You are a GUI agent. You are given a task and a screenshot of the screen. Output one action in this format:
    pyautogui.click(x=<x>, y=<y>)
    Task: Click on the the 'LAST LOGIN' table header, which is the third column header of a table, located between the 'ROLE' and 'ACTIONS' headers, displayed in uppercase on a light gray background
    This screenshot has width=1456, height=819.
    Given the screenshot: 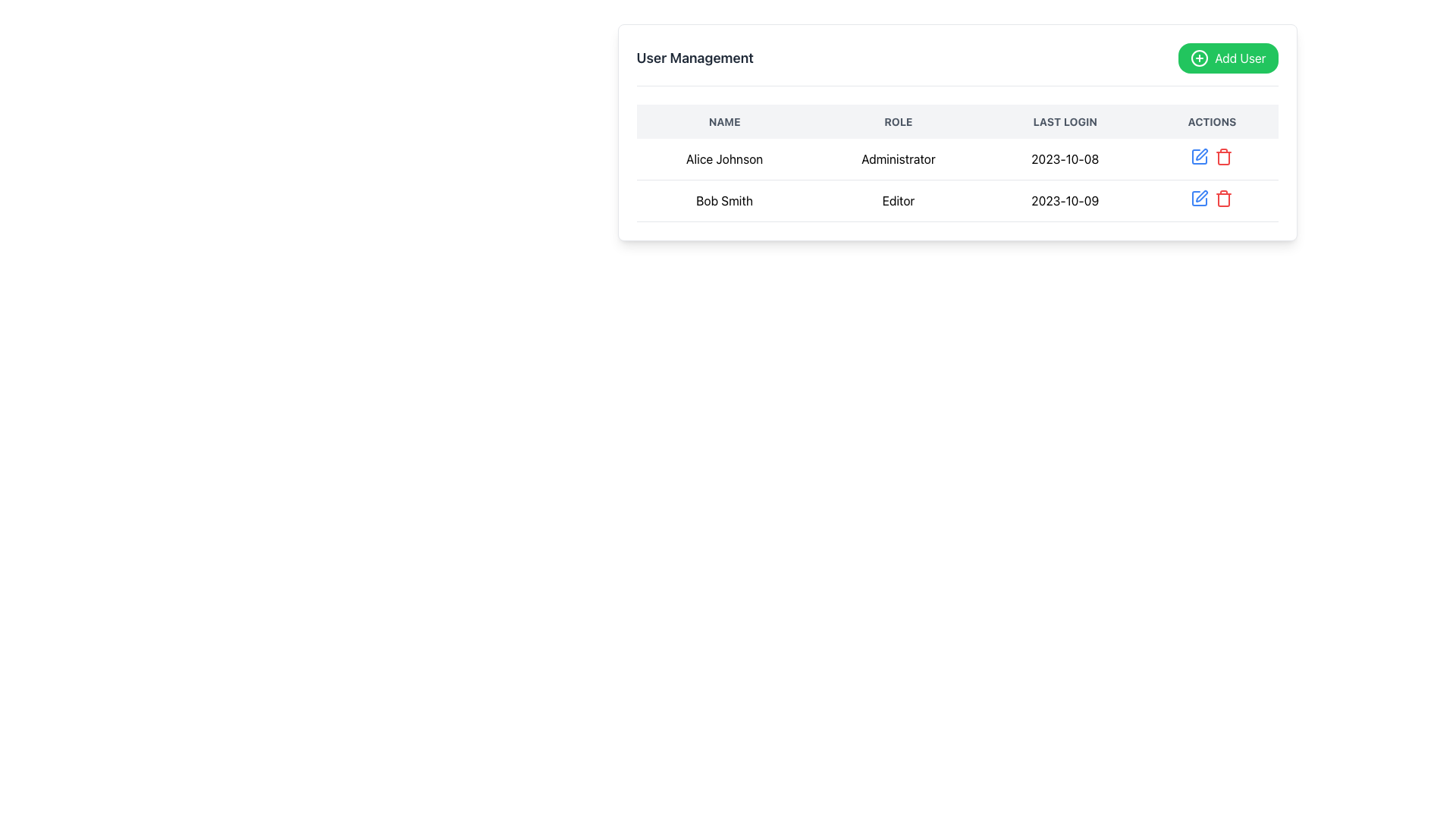 What is the action you would take?
    pyautogui.click(x=1064, y=121)
    